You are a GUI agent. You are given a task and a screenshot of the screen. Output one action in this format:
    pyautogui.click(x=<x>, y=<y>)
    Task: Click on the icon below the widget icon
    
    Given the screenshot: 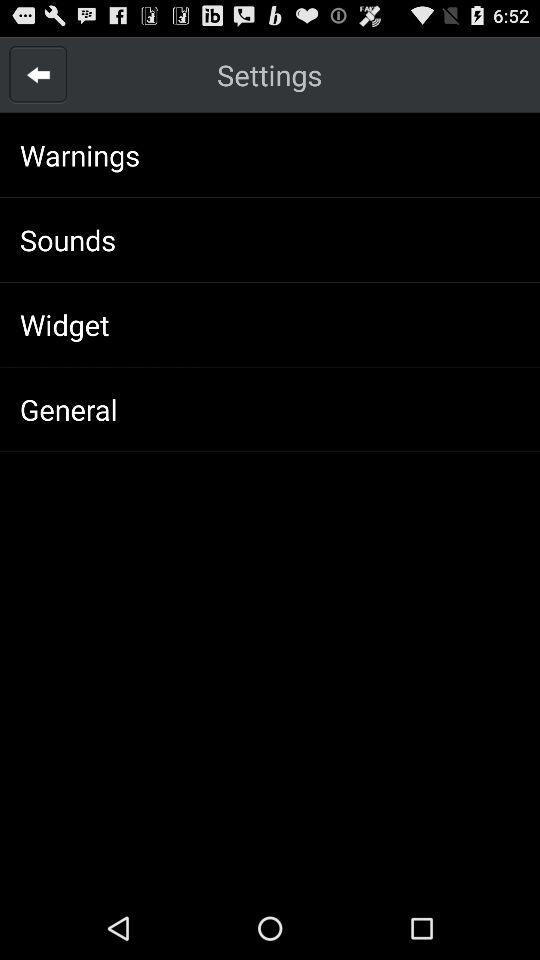 What is the action you would take?
    pyautogui.click(x=67, y=408)
    